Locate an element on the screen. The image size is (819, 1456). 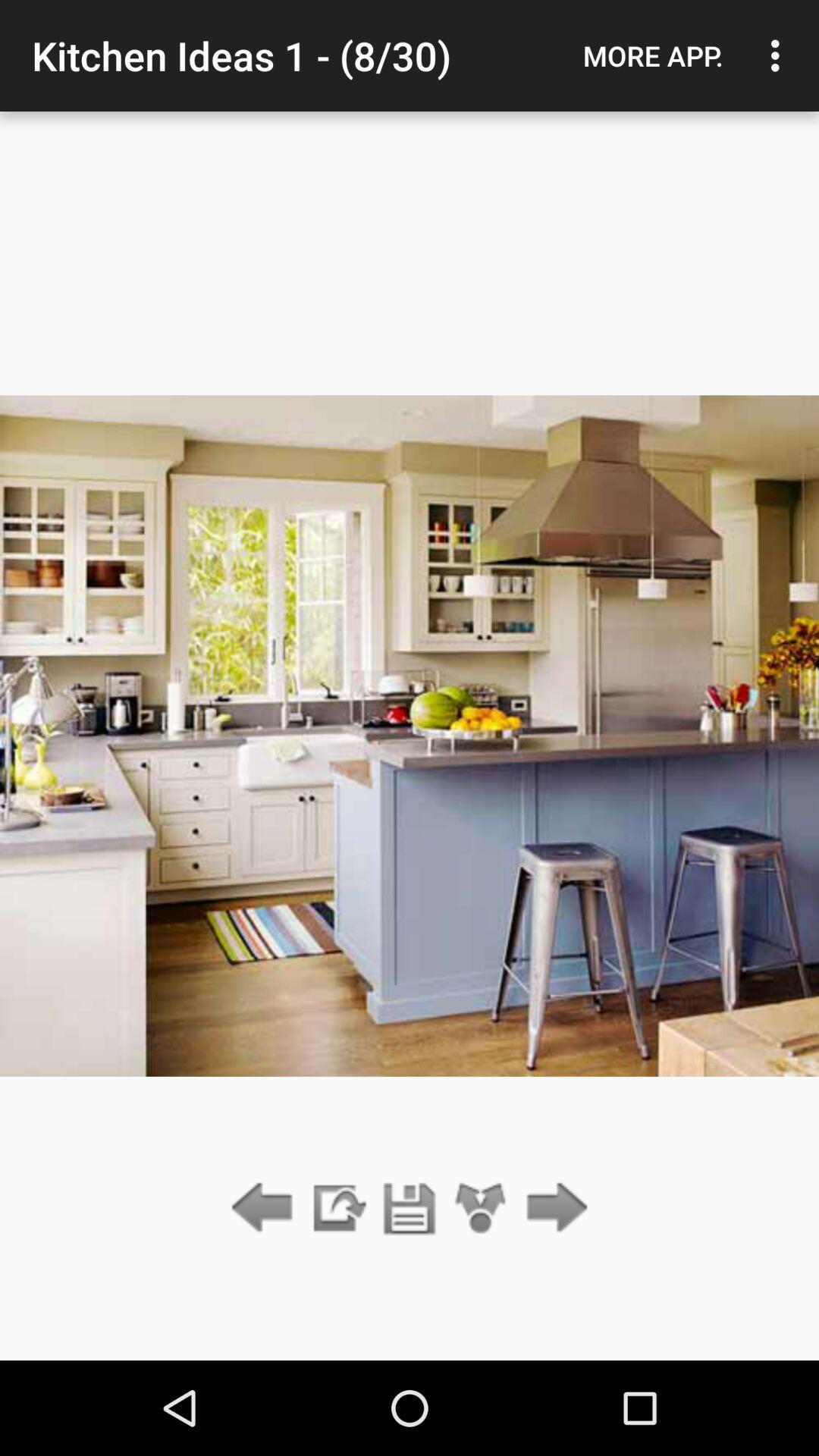
the launch icon is located at coordinates (337, 1208).